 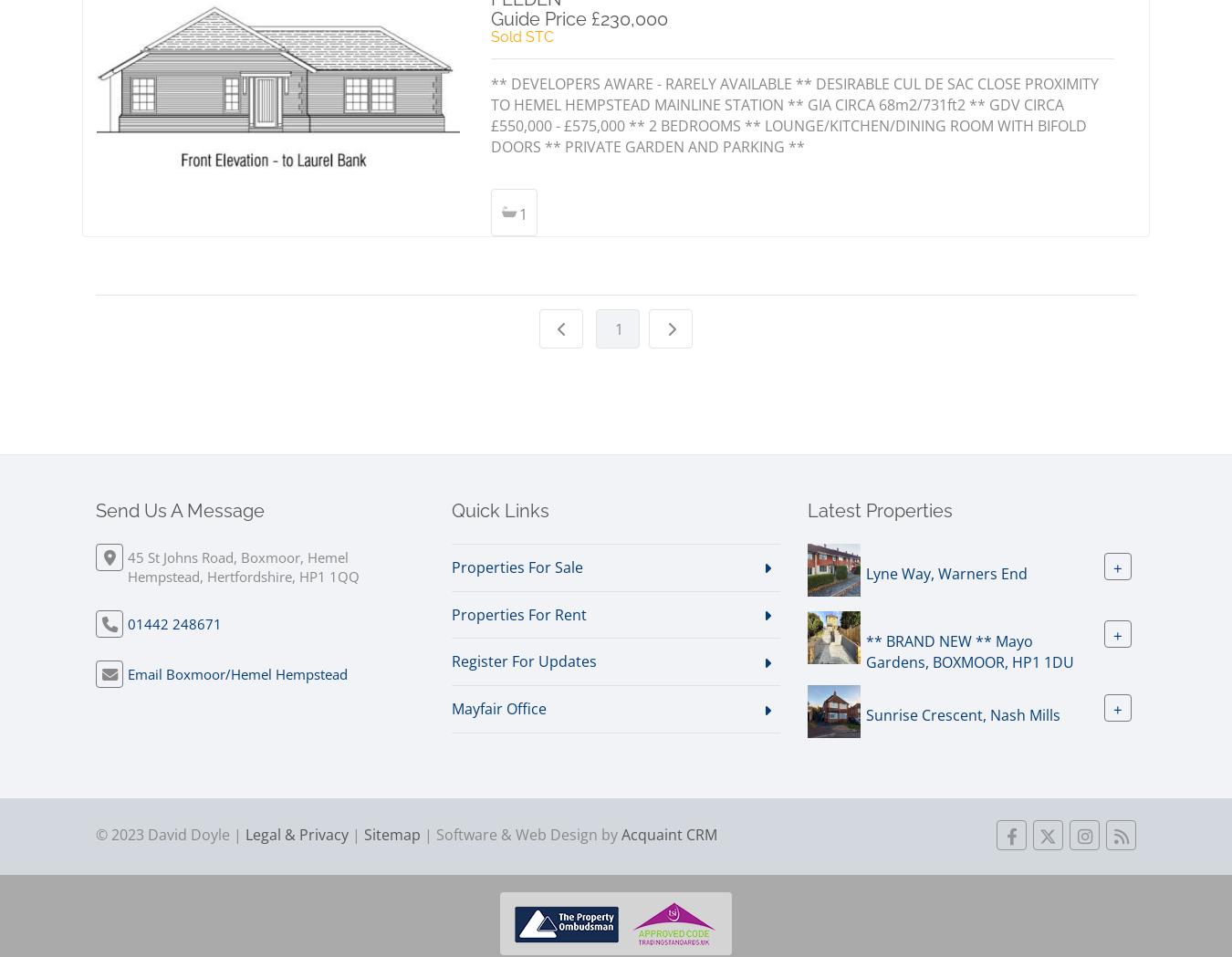 What do you see at coordinates (243, 567) in the screenshot?
I see `'45 St Johns Road, Boxmoor, Hemel Hempstead, Hertfordshire, HP1 1QQ'` at bounding box center [243, 567].